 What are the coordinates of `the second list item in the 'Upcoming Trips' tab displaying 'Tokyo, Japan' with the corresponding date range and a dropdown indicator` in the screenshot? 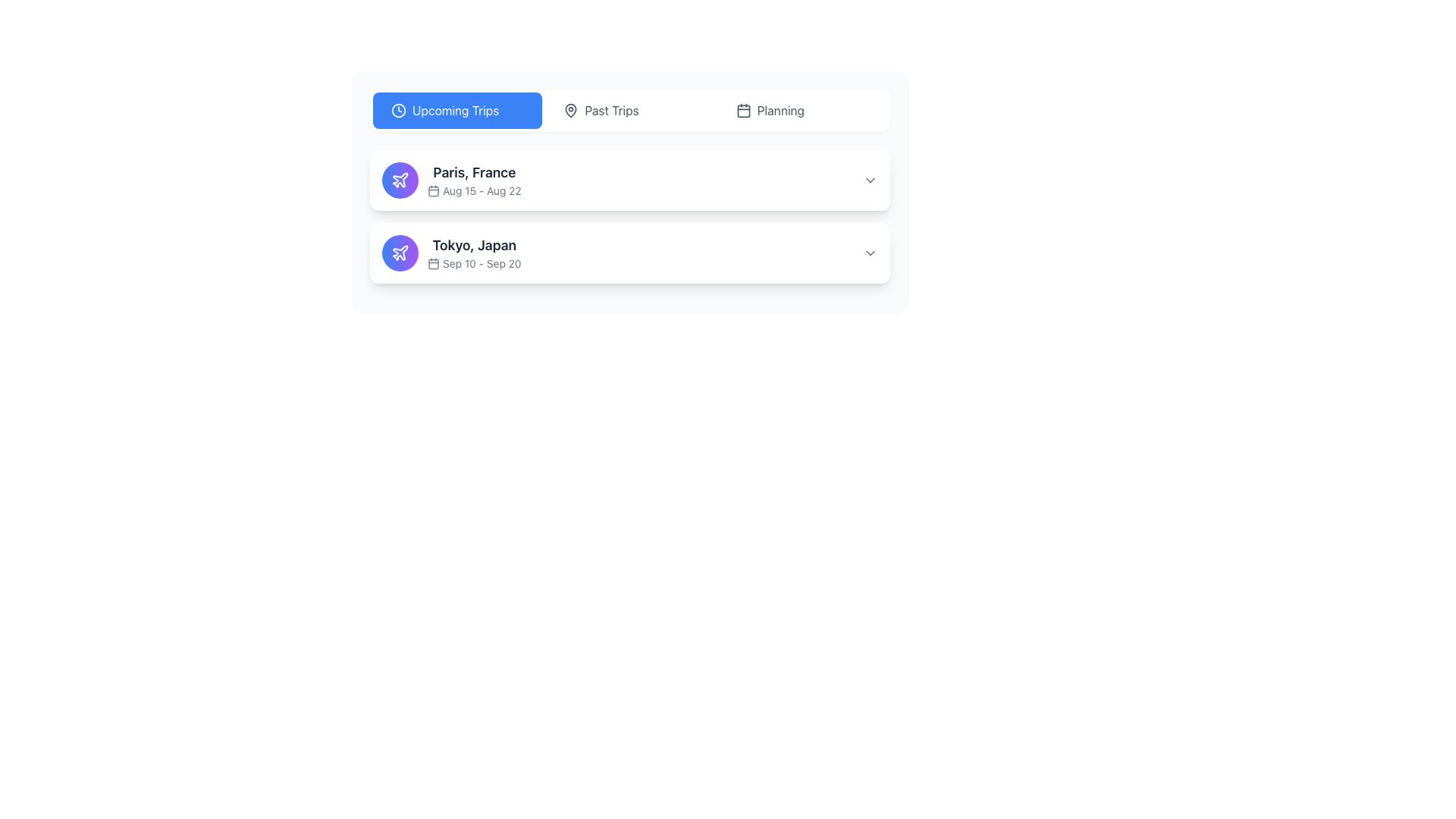 It's located at (629, 253).